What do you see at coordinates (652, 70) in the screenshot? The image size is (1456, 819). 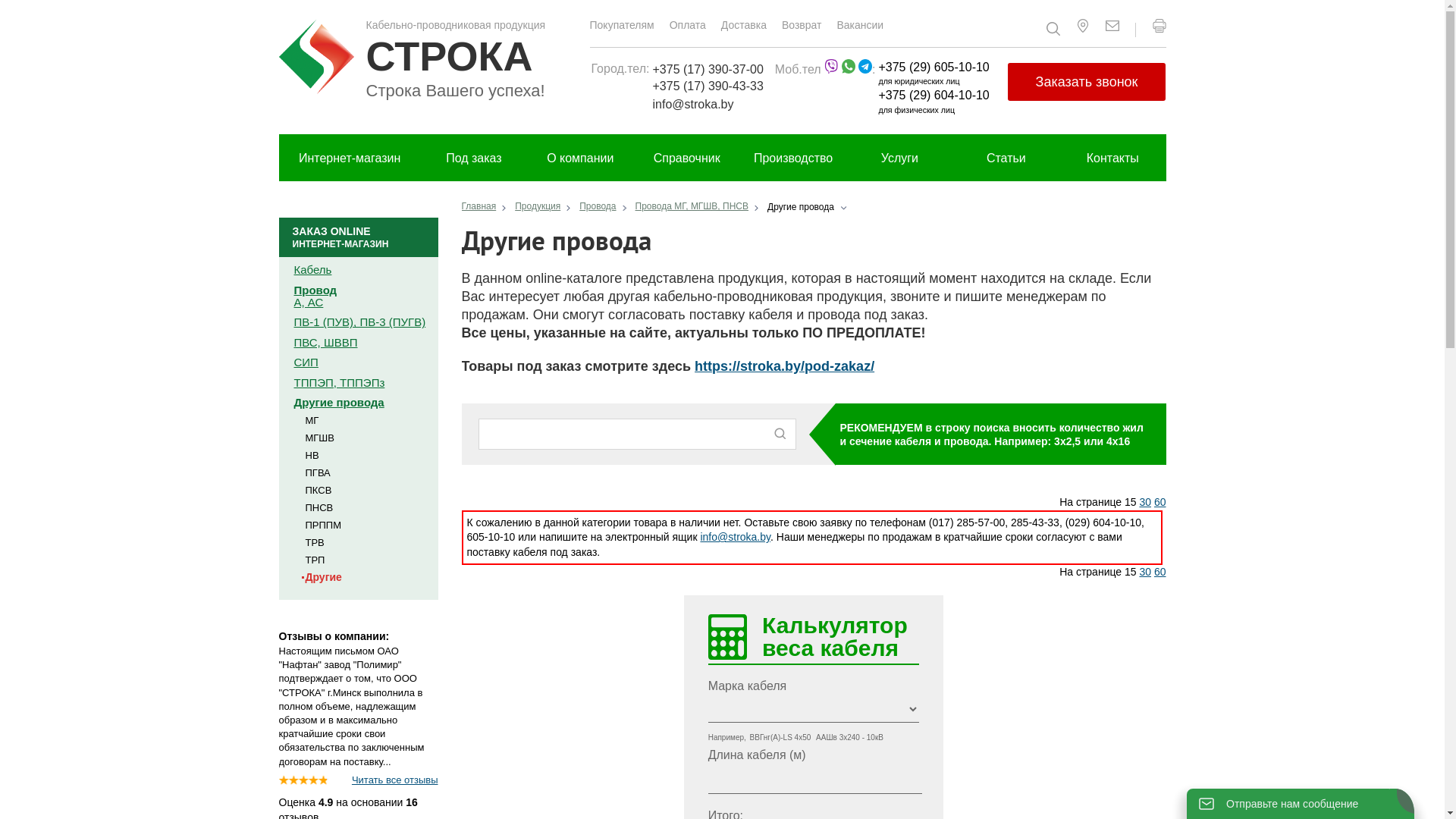 I see `'+375 (17) 390-37-00'` at bounding box center [652, 70].